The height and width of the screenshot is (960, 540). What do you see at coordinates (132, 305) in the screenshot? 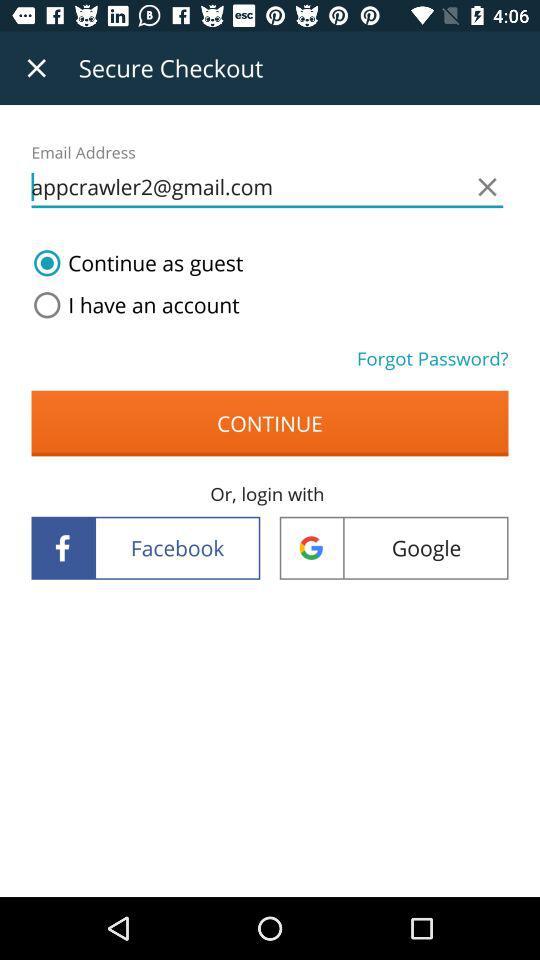
I see `item to the left of the forgot password? item` at bounding box center [132, 305].